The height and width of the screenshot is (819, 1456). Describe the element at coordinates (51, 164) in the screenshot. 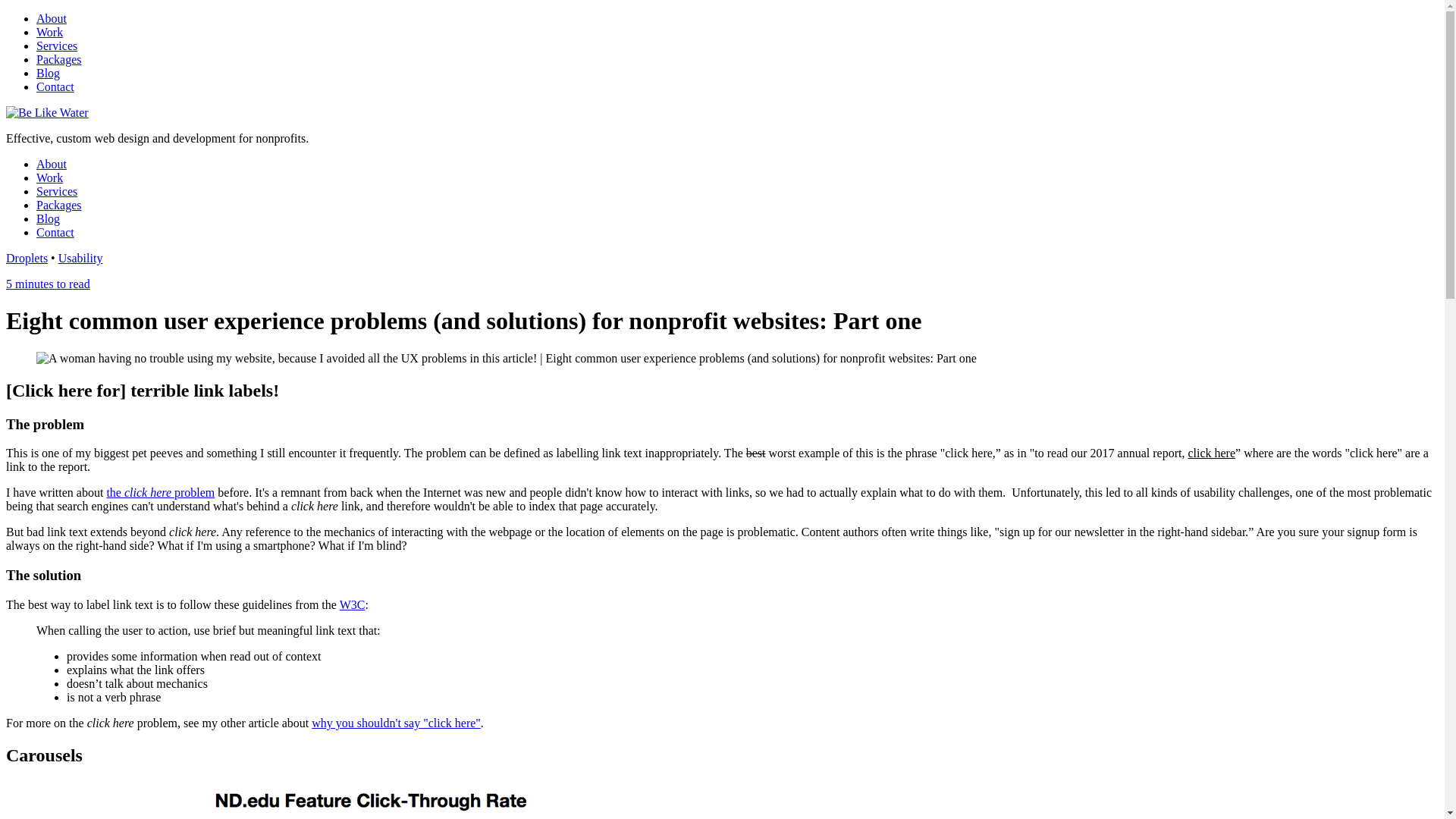

I see `'About'` at that location.